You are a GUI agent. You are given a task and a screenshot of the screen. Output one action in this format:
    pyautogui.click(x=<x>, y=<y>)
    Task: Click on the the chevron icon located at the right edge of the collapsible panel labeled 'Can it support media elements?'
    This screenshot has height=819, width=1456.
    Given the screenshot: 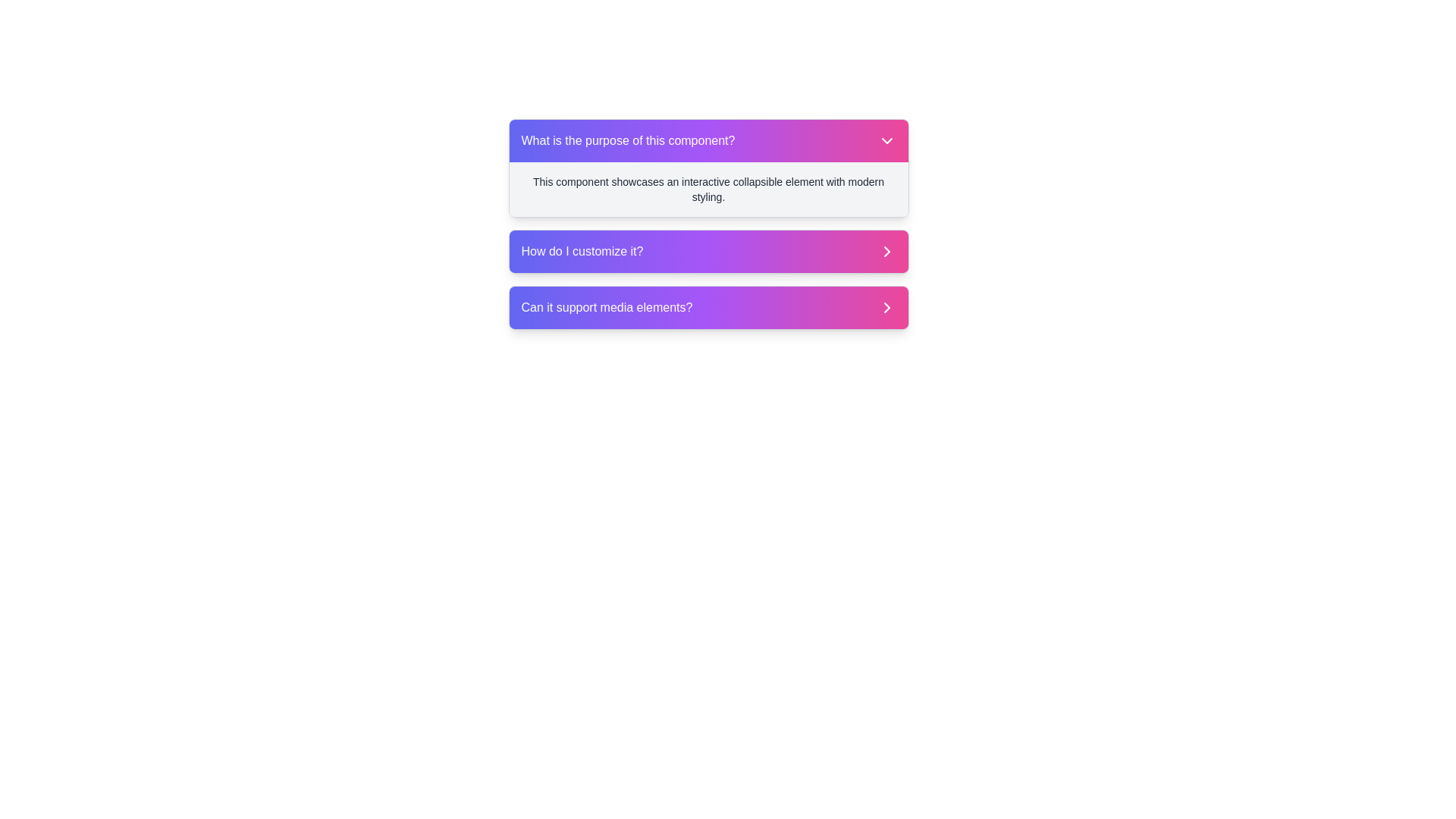 What is the action you would take?
    pyautogui.click(x=886, y=307)
    